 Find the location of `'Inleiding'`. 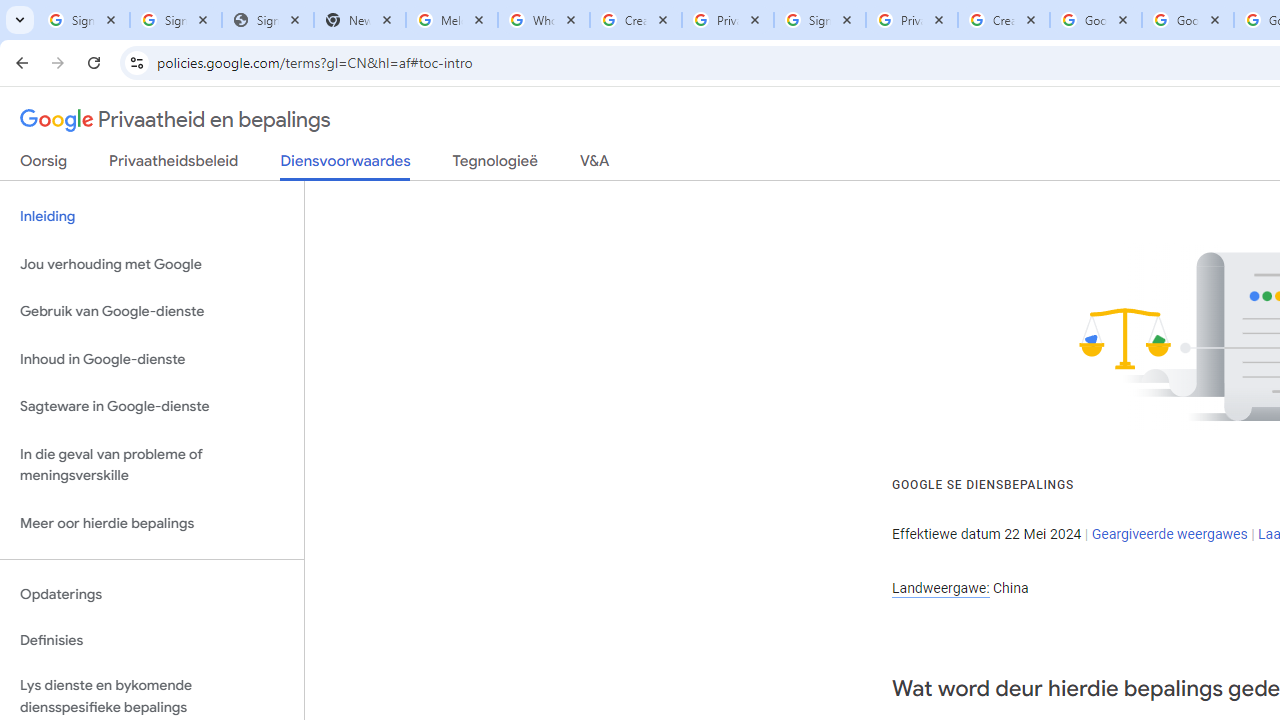

'Inleiding' is located at coordinates (151, 217).